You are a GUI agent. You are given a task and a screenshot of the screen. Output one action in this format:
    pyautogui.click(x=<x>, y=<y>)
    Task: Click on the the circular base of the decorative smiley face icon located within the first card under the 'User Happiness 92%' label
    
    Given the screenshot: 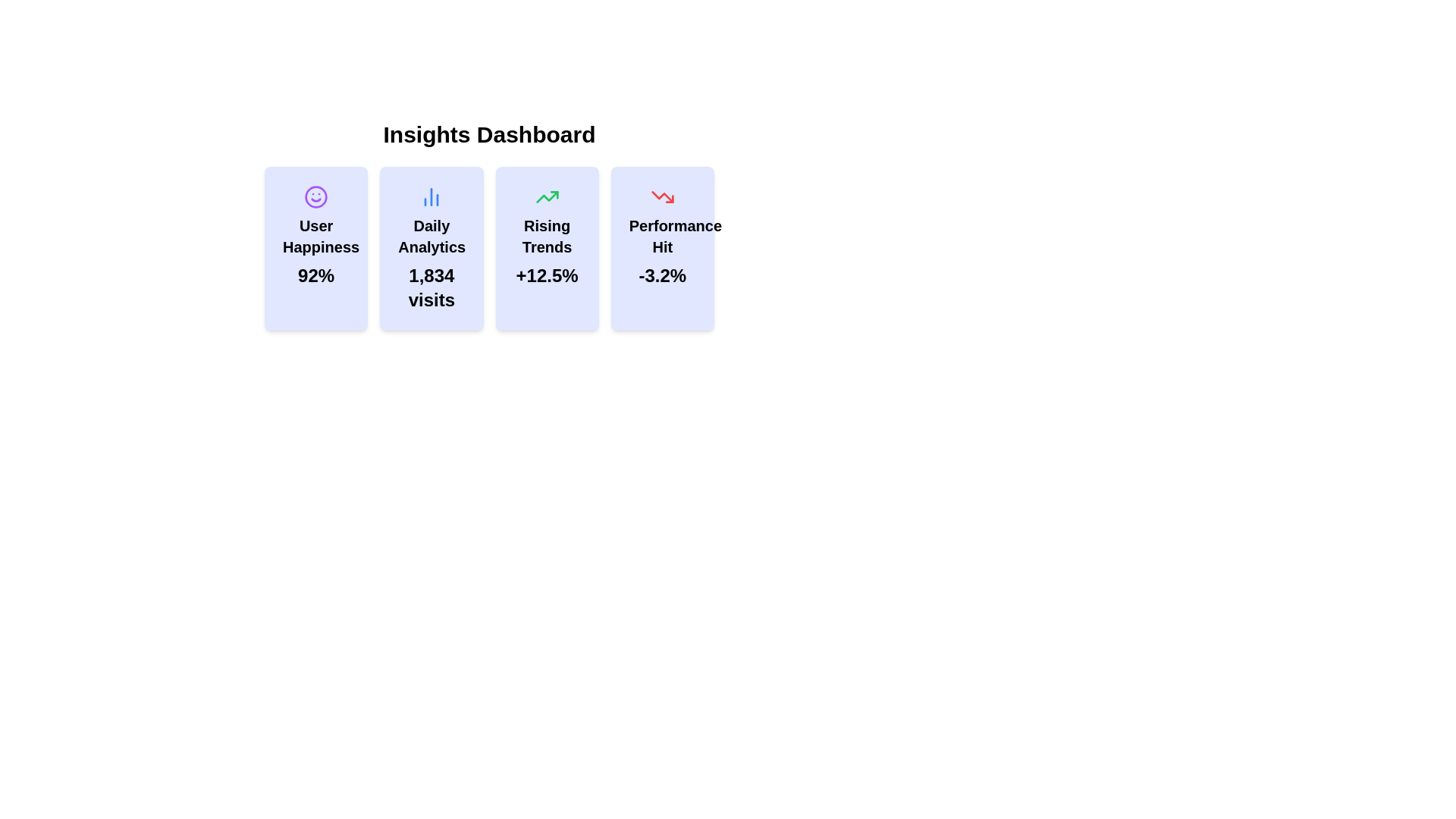 What is the action you would take?
    pyautogui.click(x=315, y=196)
    